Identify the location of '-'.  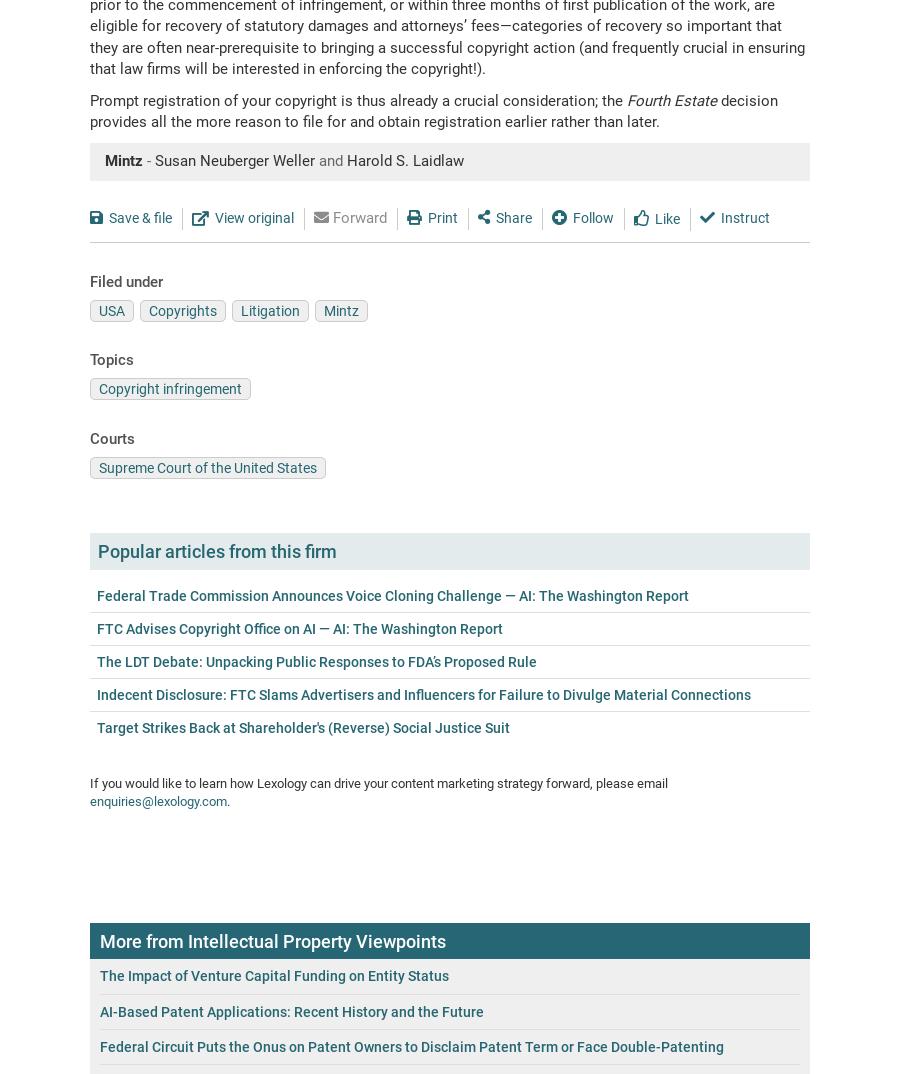
(149, 159).